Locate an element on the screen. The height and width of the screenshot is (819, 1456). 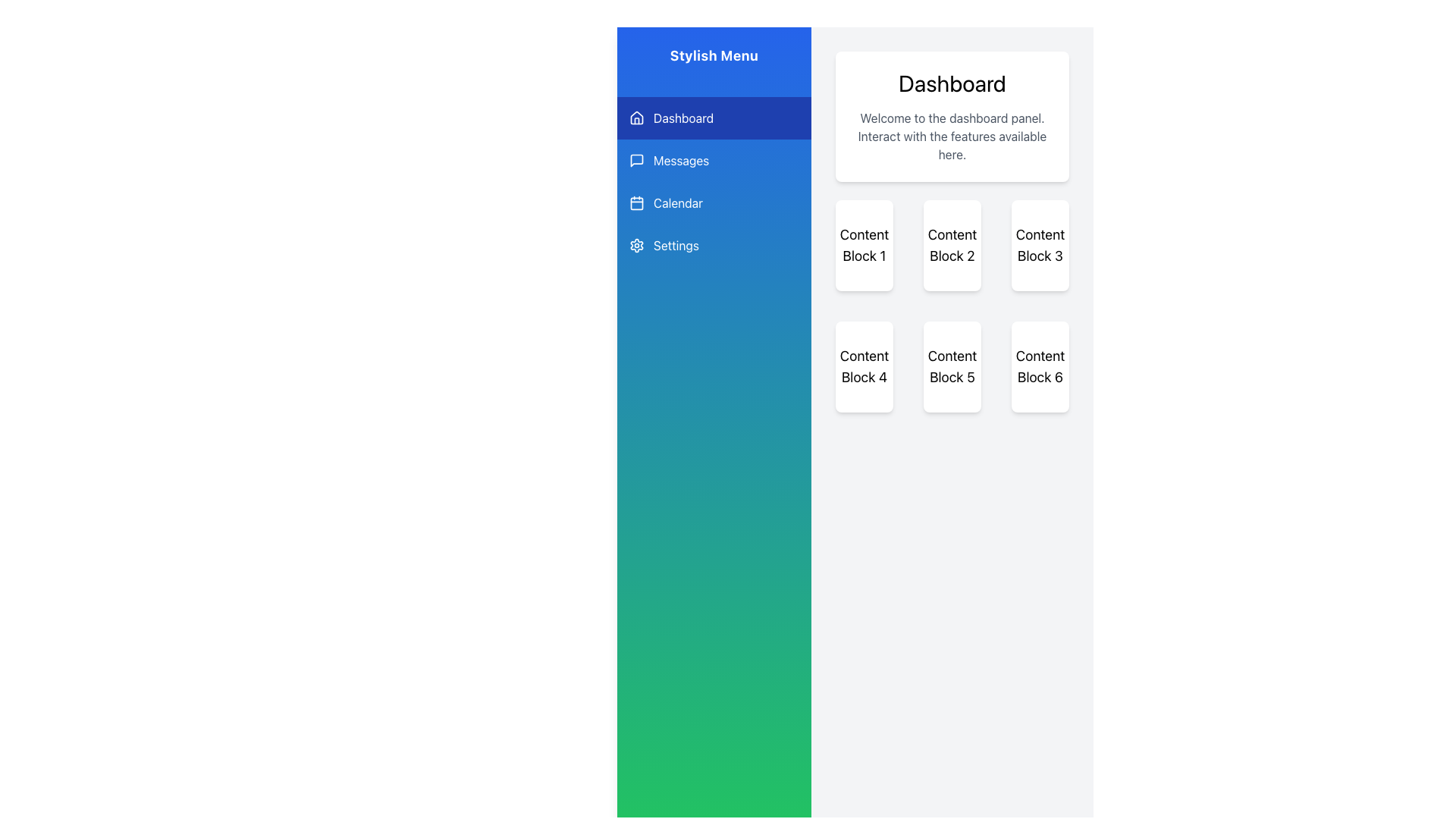
the settings icon located to the left of the 'Settings' text in the fourth item of the vertical menu in the left sidebar is located at coordinates (637, 245).